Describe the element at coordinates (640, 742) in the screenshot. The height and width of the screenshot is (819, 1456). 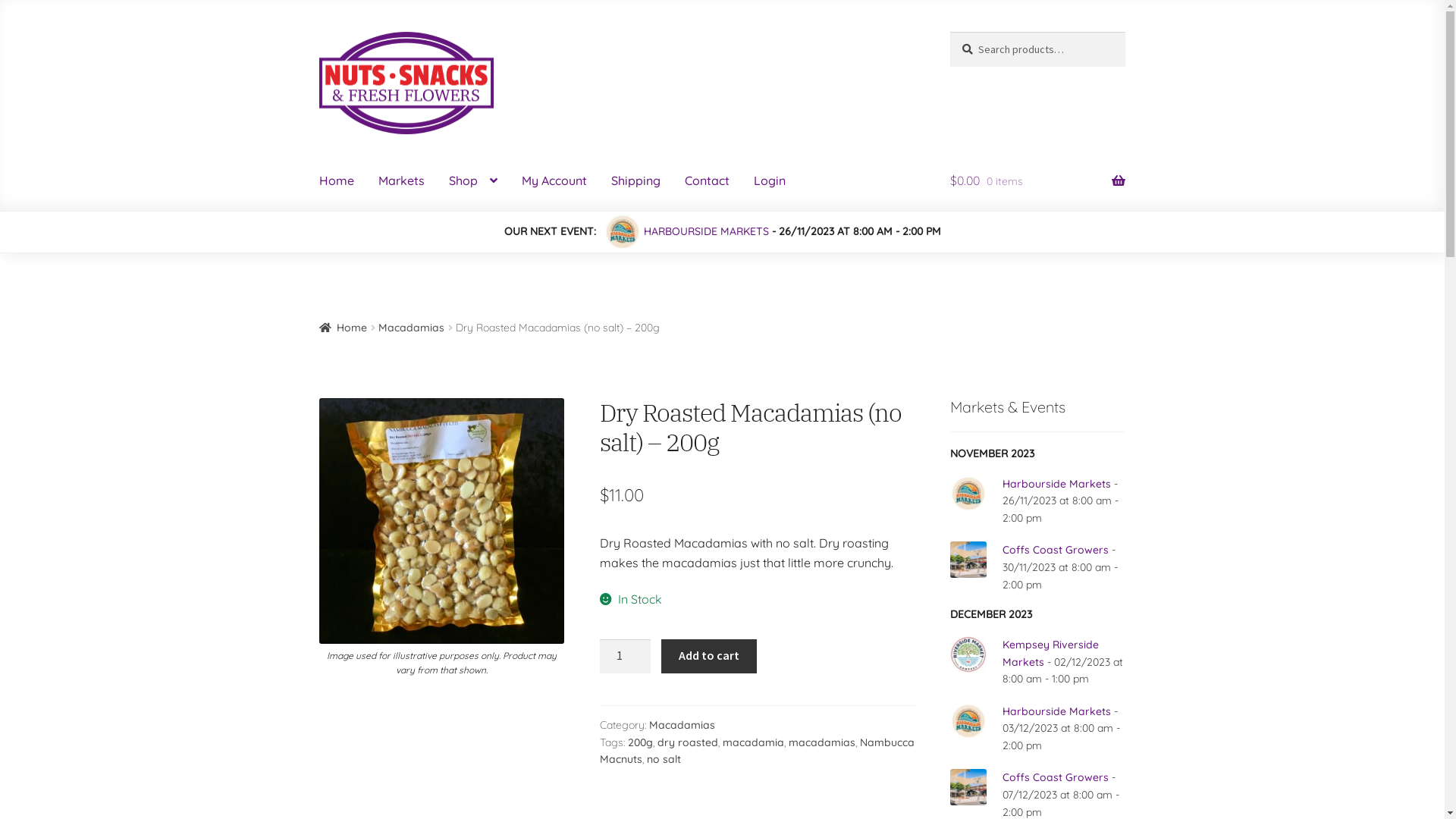
I see `'200g'` at that location.